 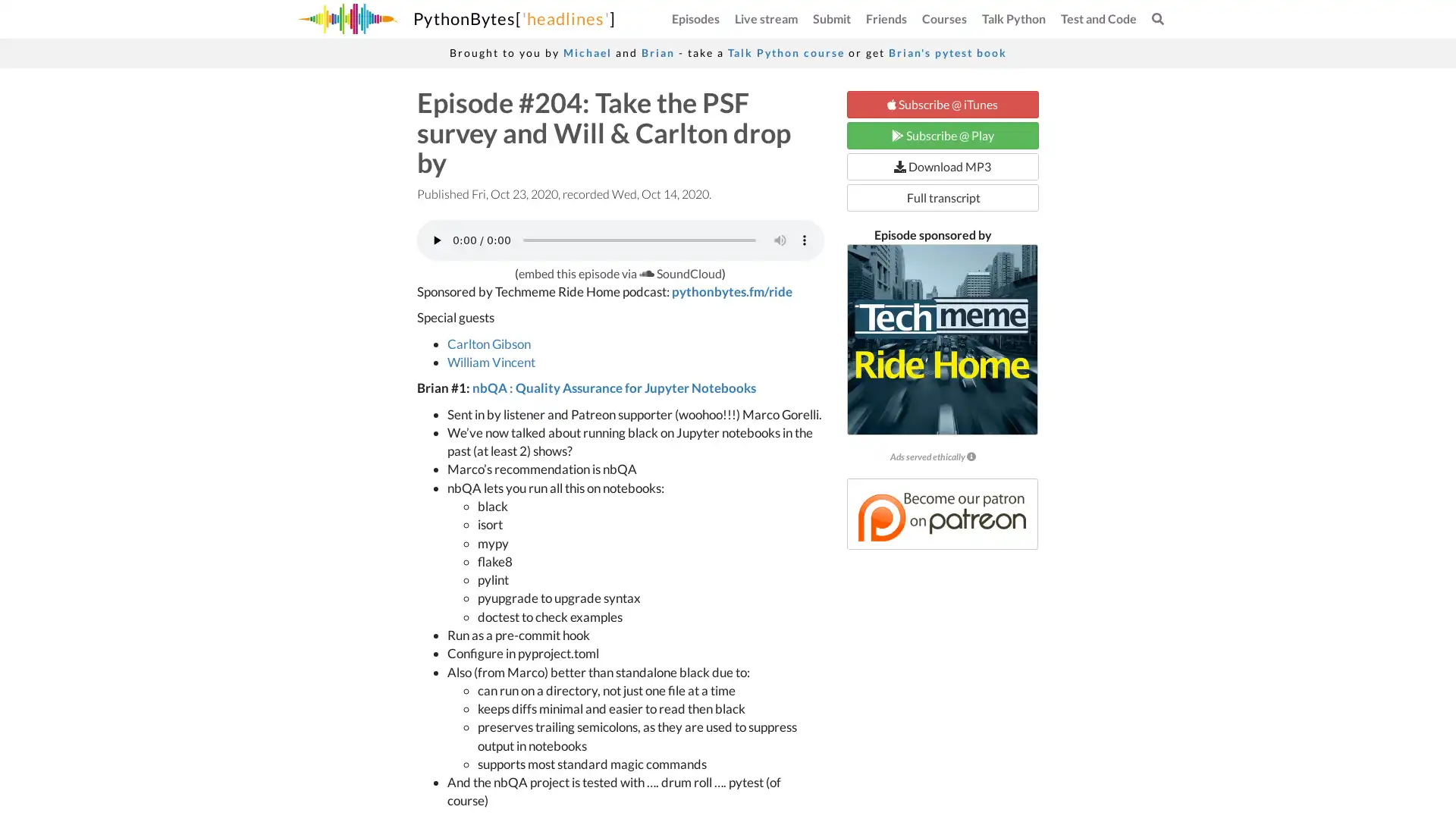 I want to click on show more media controls, so click(x=803, y=239).